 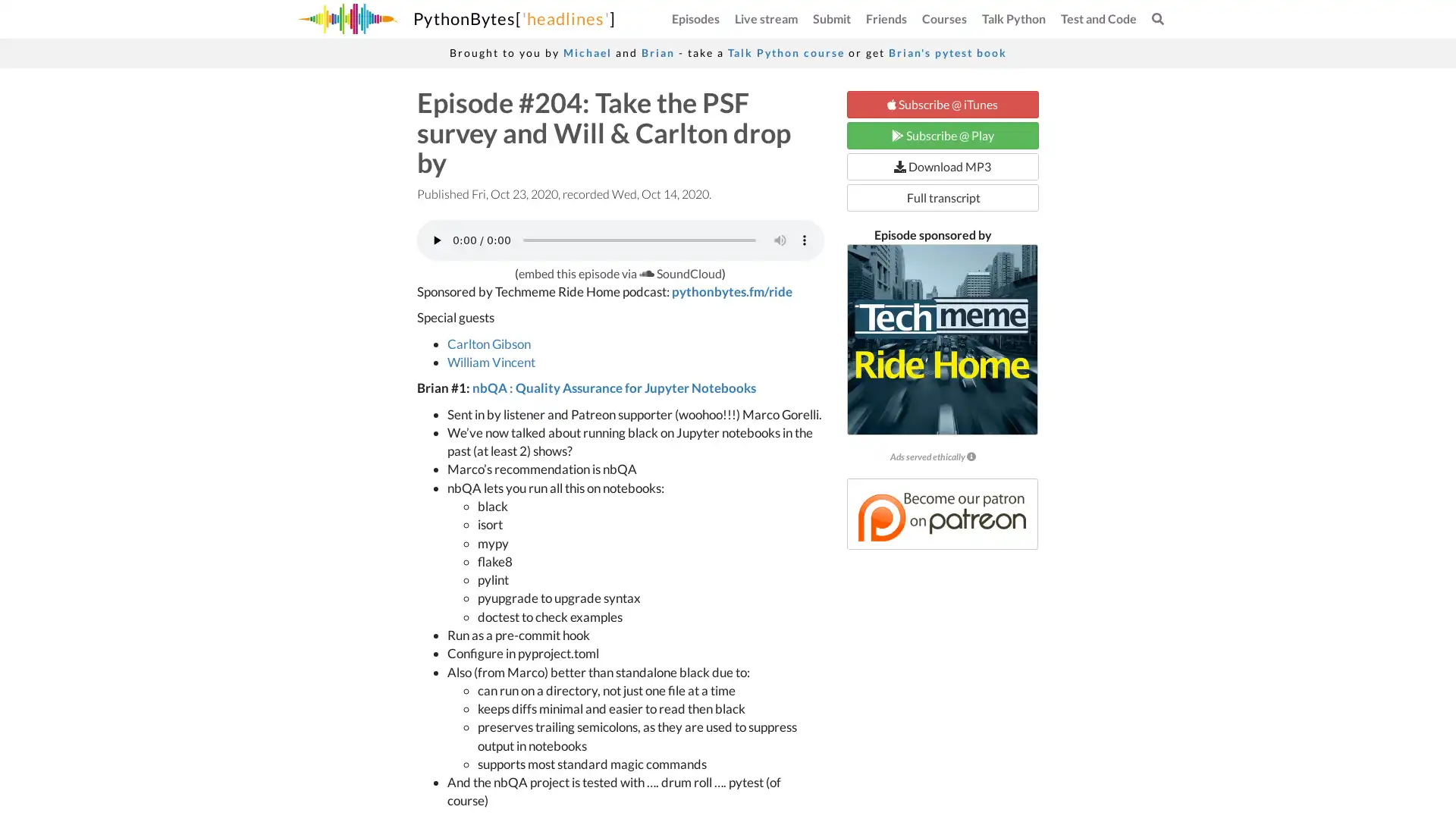 I want to click on show more media controls, so click(x=803, y=239).